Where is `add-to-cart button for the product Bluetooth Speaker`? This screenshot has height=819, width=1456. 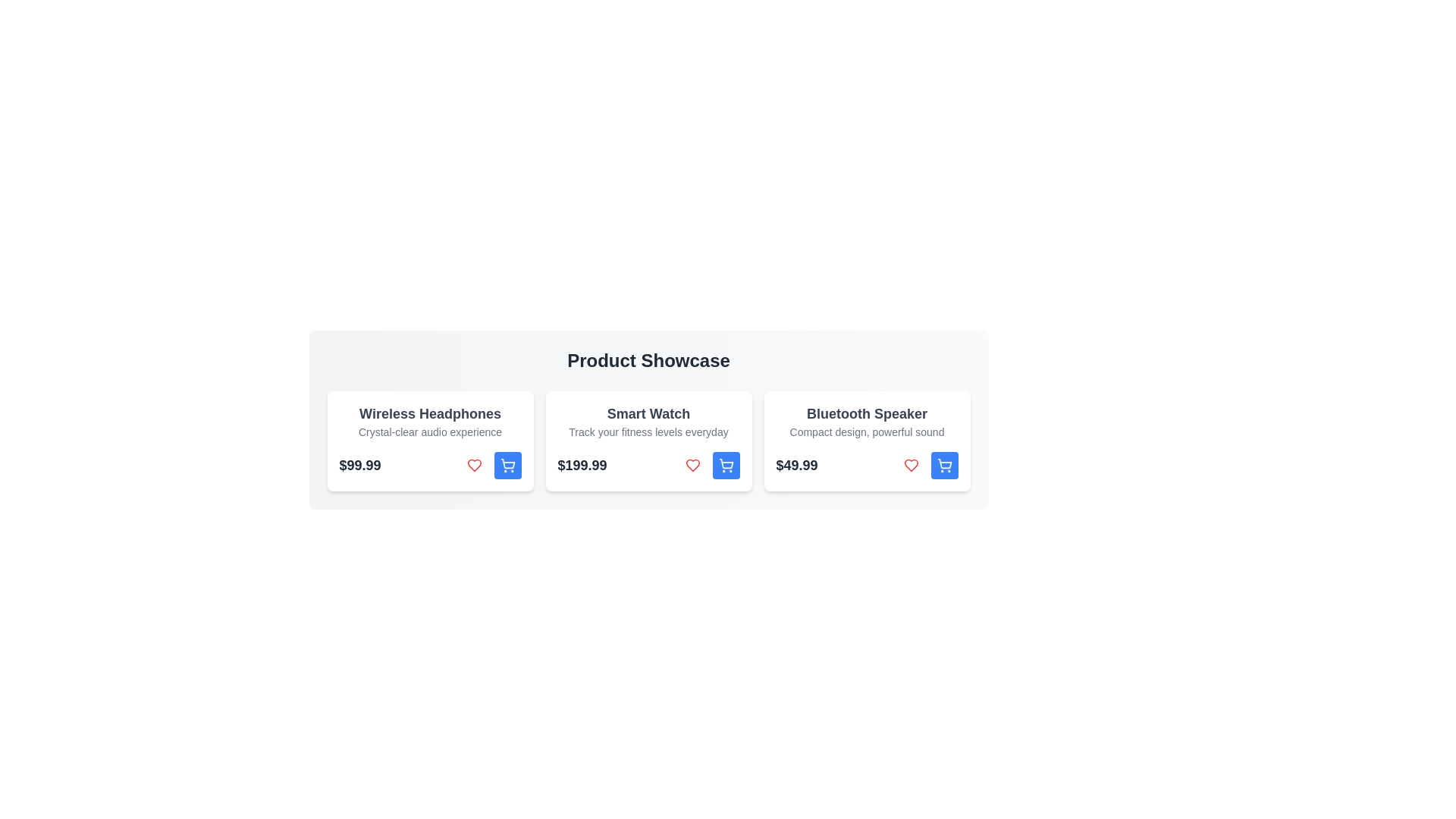
add-to-cart button for the product Bluetooth Speaker is located at coordinates (943, 464).